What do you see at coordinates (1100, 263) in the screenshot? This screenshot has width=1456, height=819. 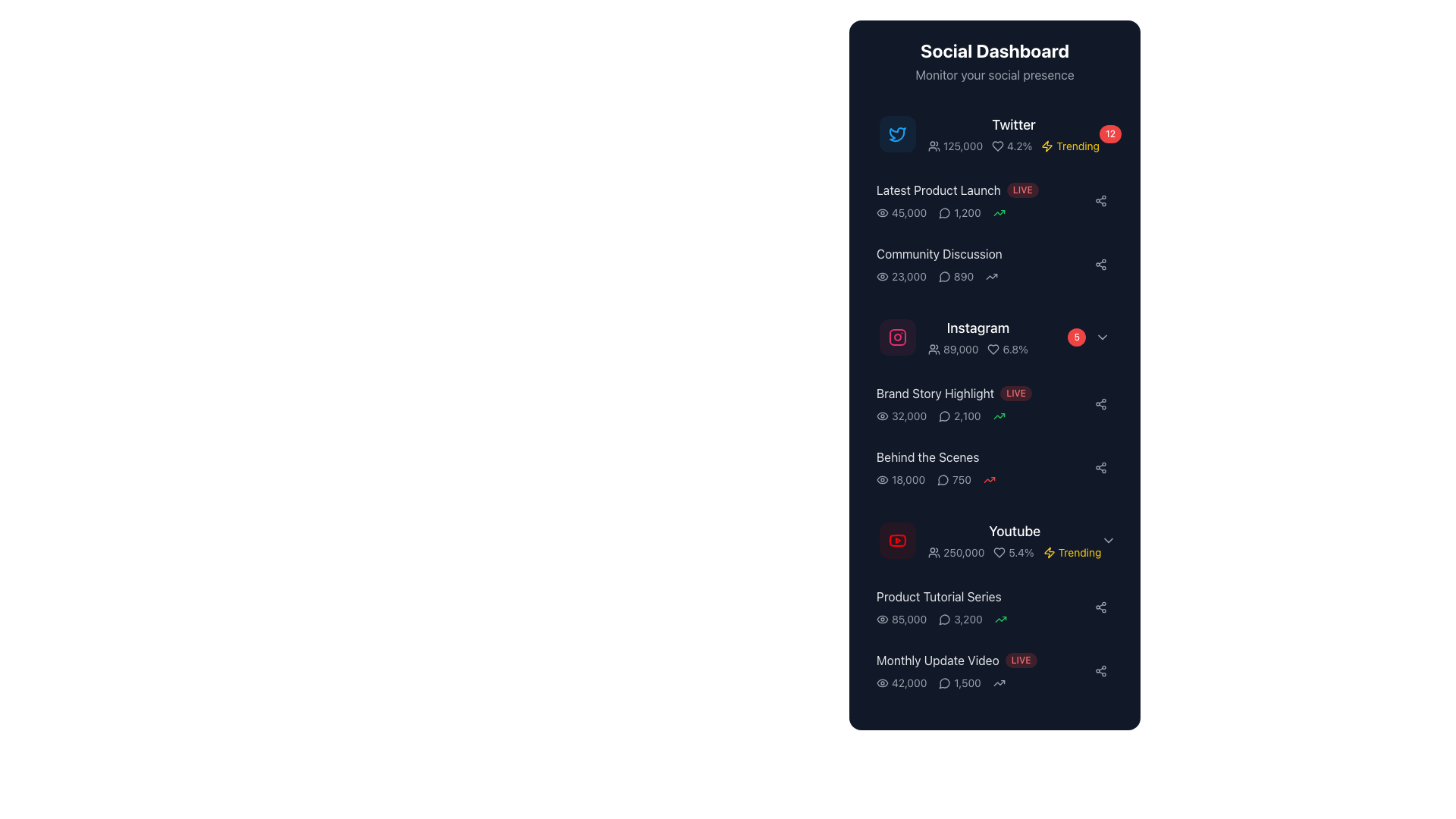 I see `the share/network icon located at the right end of the 'Community Discussion' row` at bounding box center [1100, 263].